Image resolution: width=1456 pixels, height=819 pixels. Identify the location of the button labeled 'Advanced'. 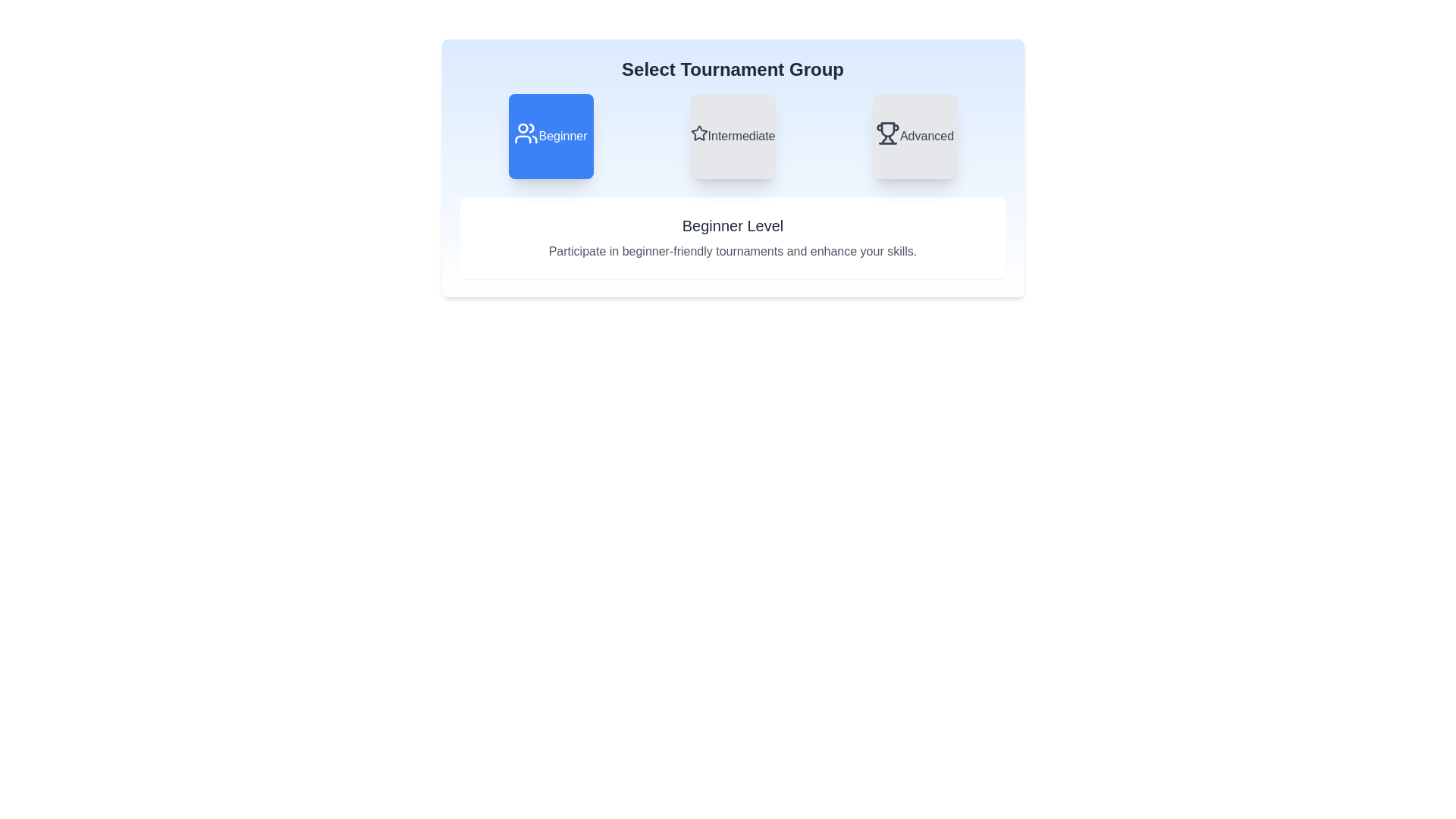
(914, 136).